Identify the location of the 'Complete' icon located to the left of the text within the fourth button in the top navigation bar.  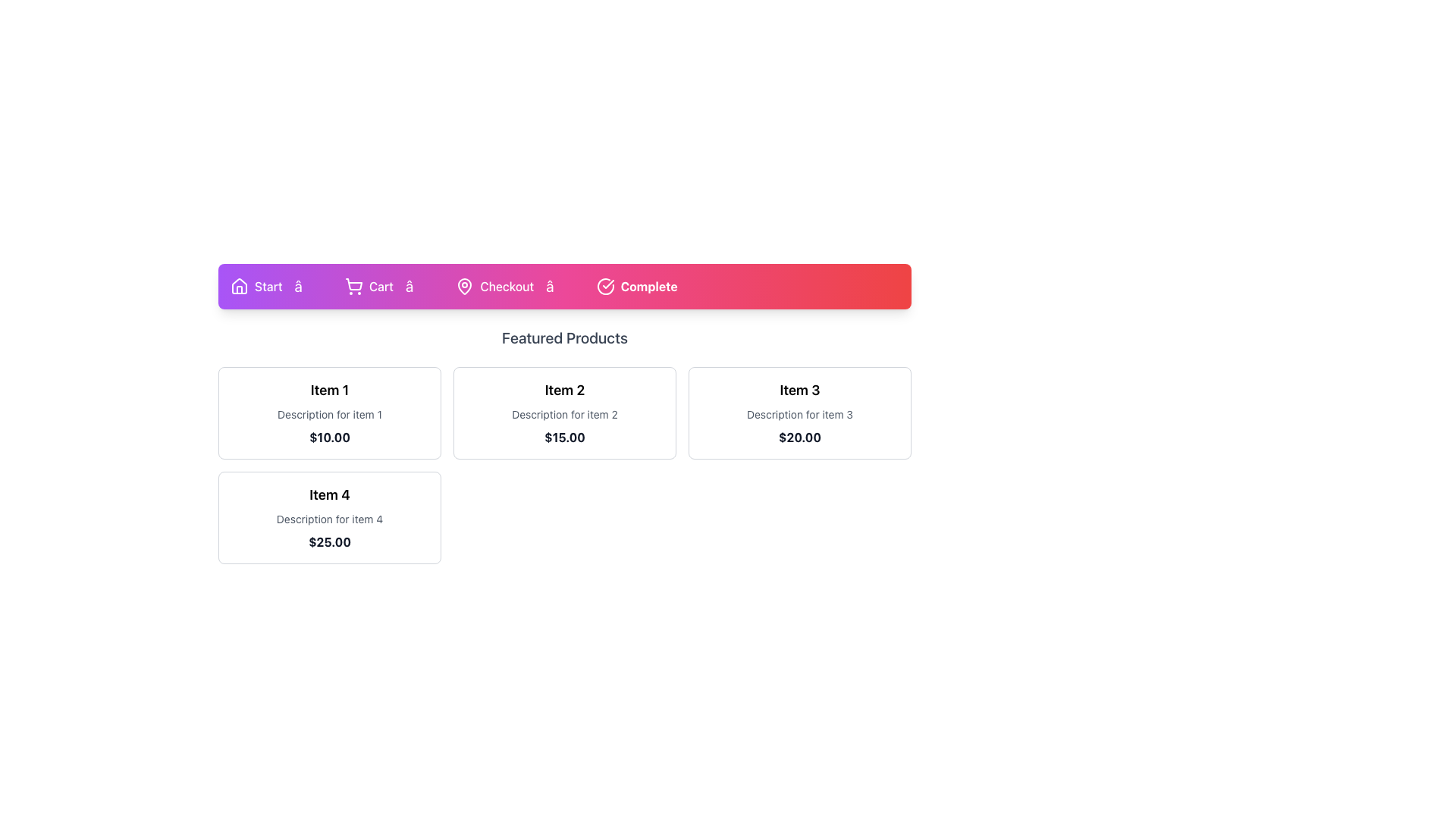
(604, 287).